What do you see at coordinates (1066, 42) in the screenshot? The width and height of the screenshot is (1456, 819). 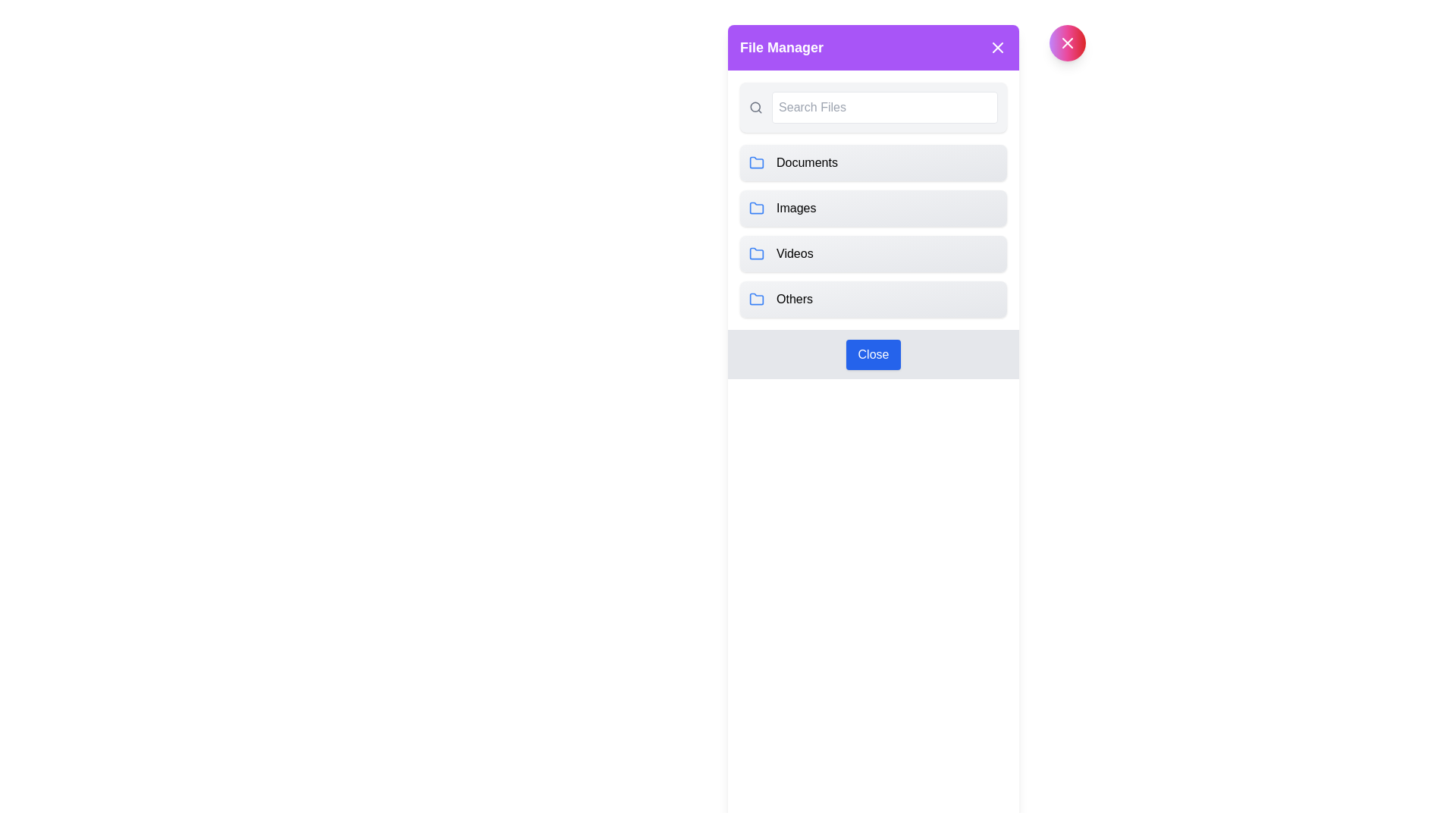 I see `the 'X' icon within the circular button located at the top-right corner of the interface, which is styled with a red background and a gradient edge, to trigger a visual feedback effect` at bounding box center [1066, 42].